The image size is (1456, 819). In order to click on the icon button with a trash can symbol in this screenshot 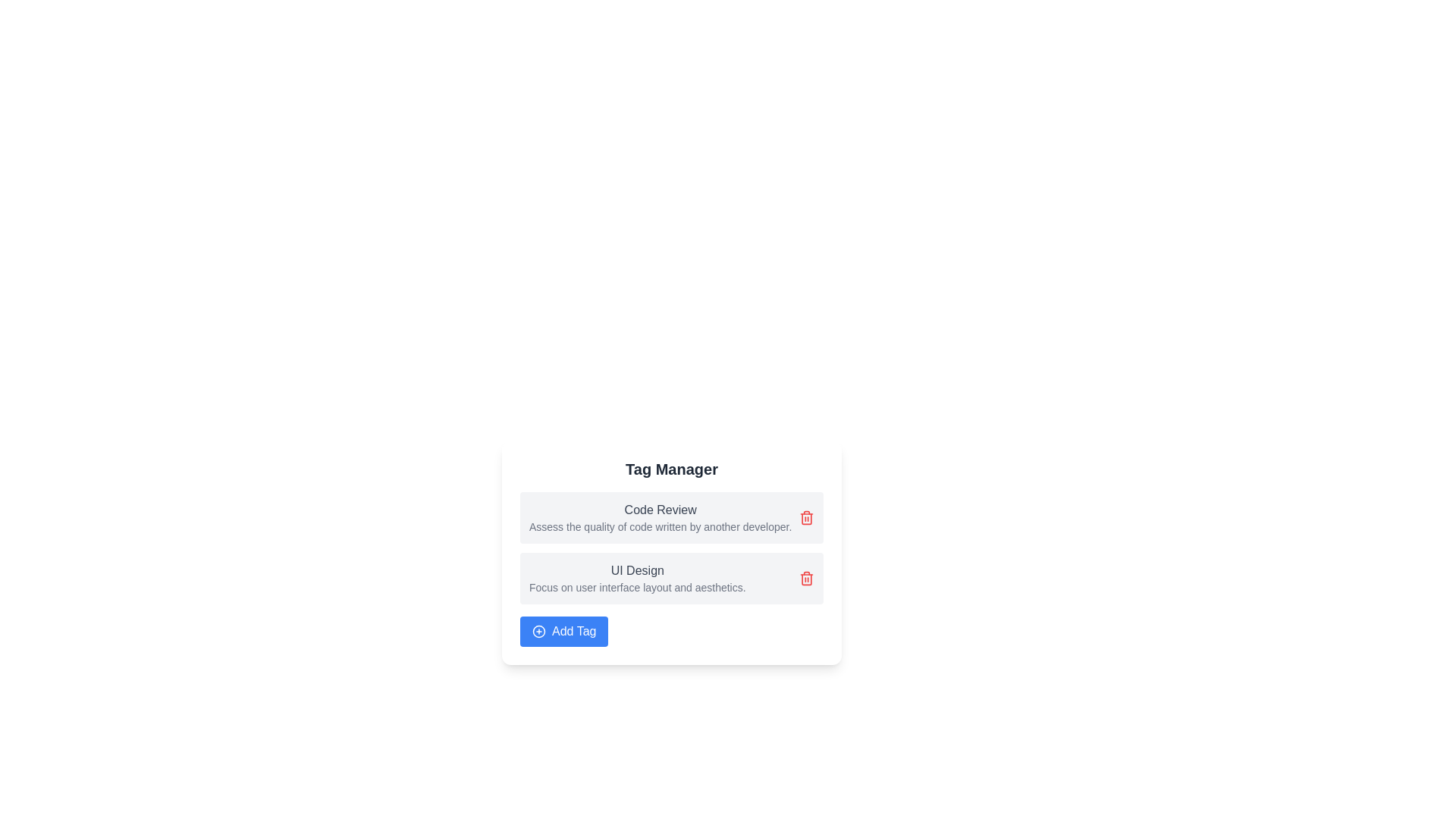, I will do `click(806, 579)`.